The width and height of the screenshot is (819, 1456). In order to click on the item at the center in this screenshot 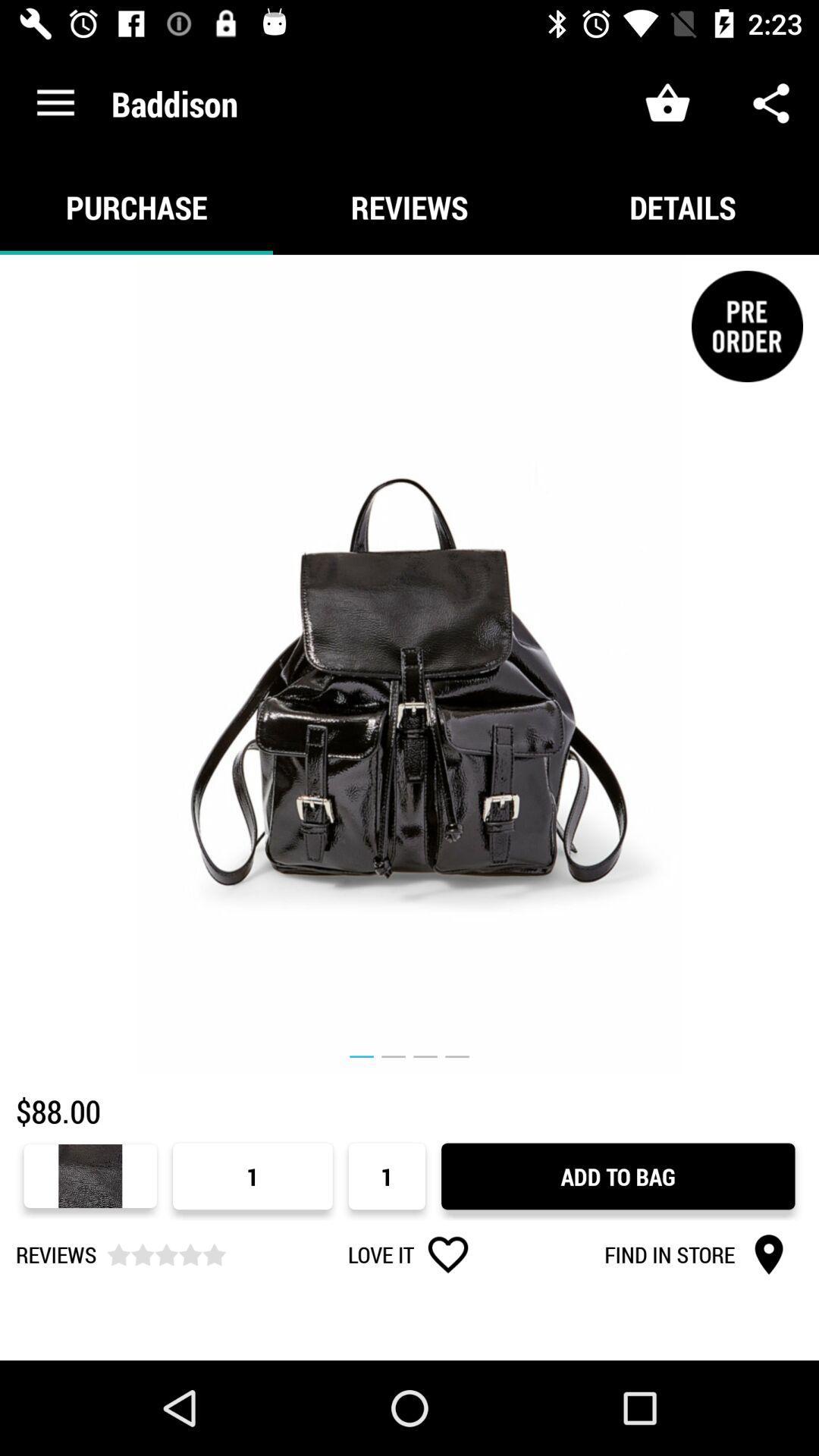, I will do `click(409, 664)`.